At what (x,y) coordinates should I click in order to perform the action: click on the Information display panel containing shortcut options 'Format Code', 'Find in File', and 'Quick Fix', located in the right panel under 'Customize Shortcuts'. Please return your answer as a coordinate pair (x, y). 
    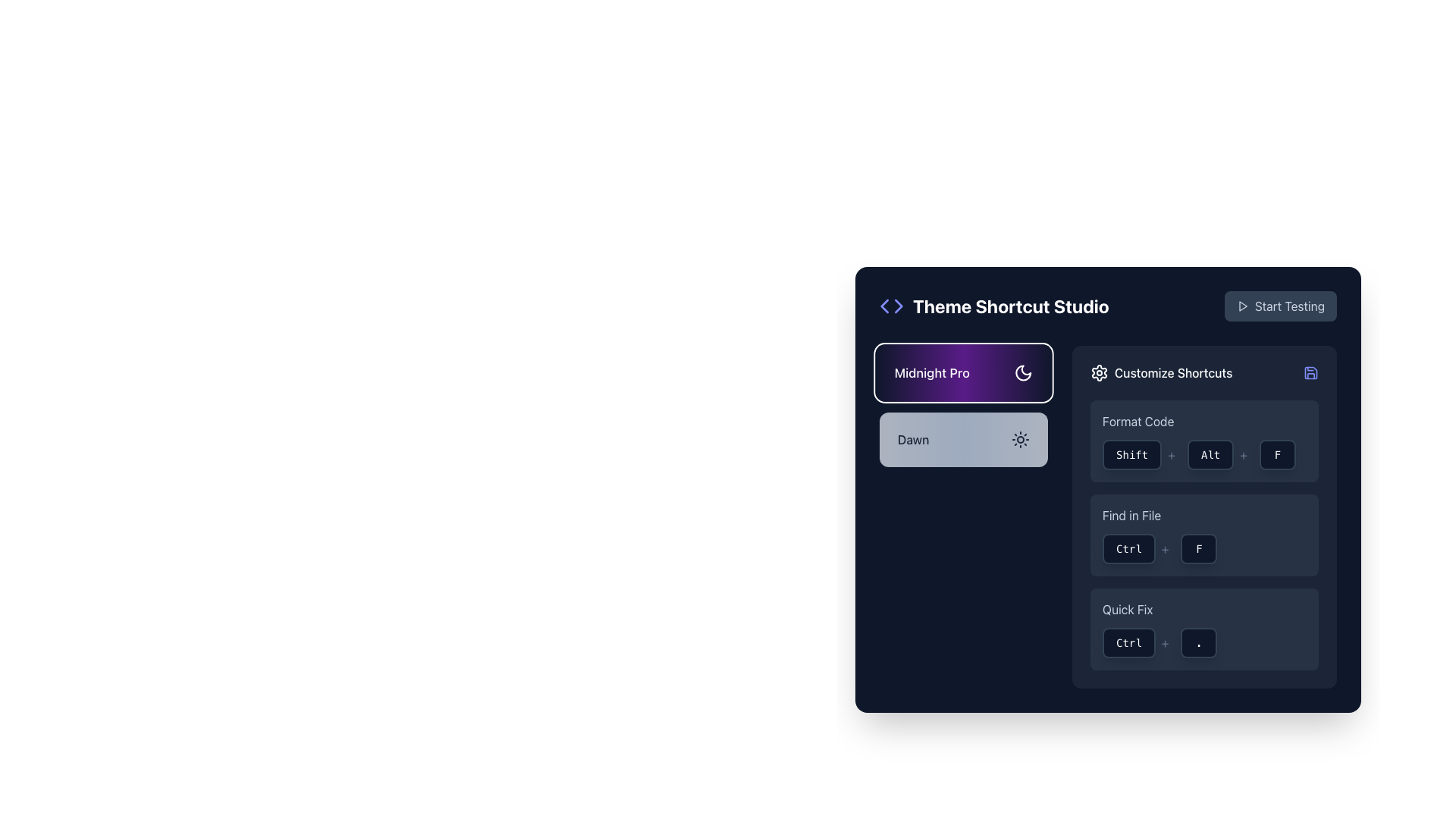
    Looking at the image, I should click on (1203, 516).